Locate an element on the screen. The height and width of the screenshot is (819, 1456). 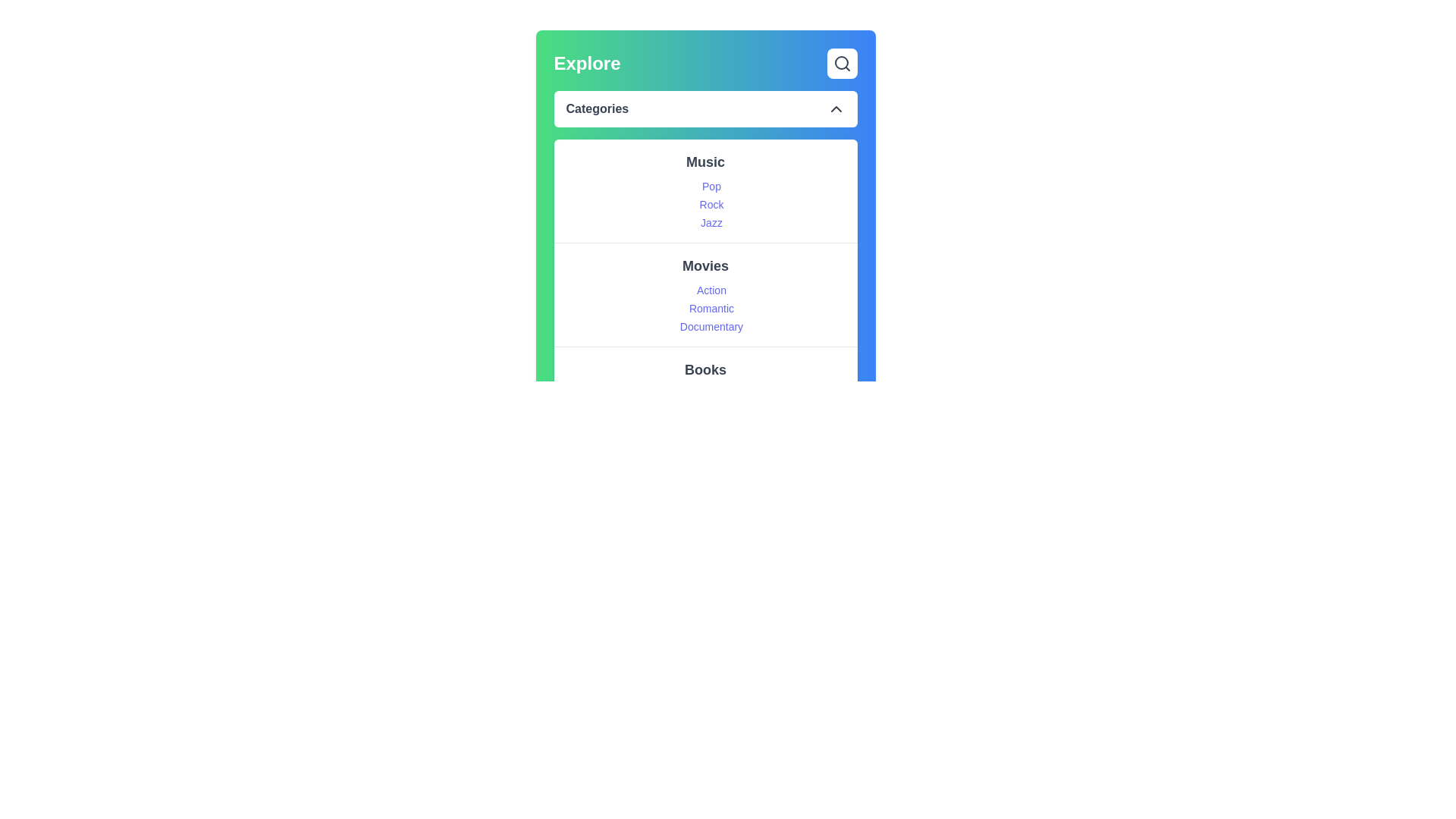
the 'Rock' genre in the categorized music genres list located in the 'Music' section of the vertical menu is located at coordinates (711, 205).